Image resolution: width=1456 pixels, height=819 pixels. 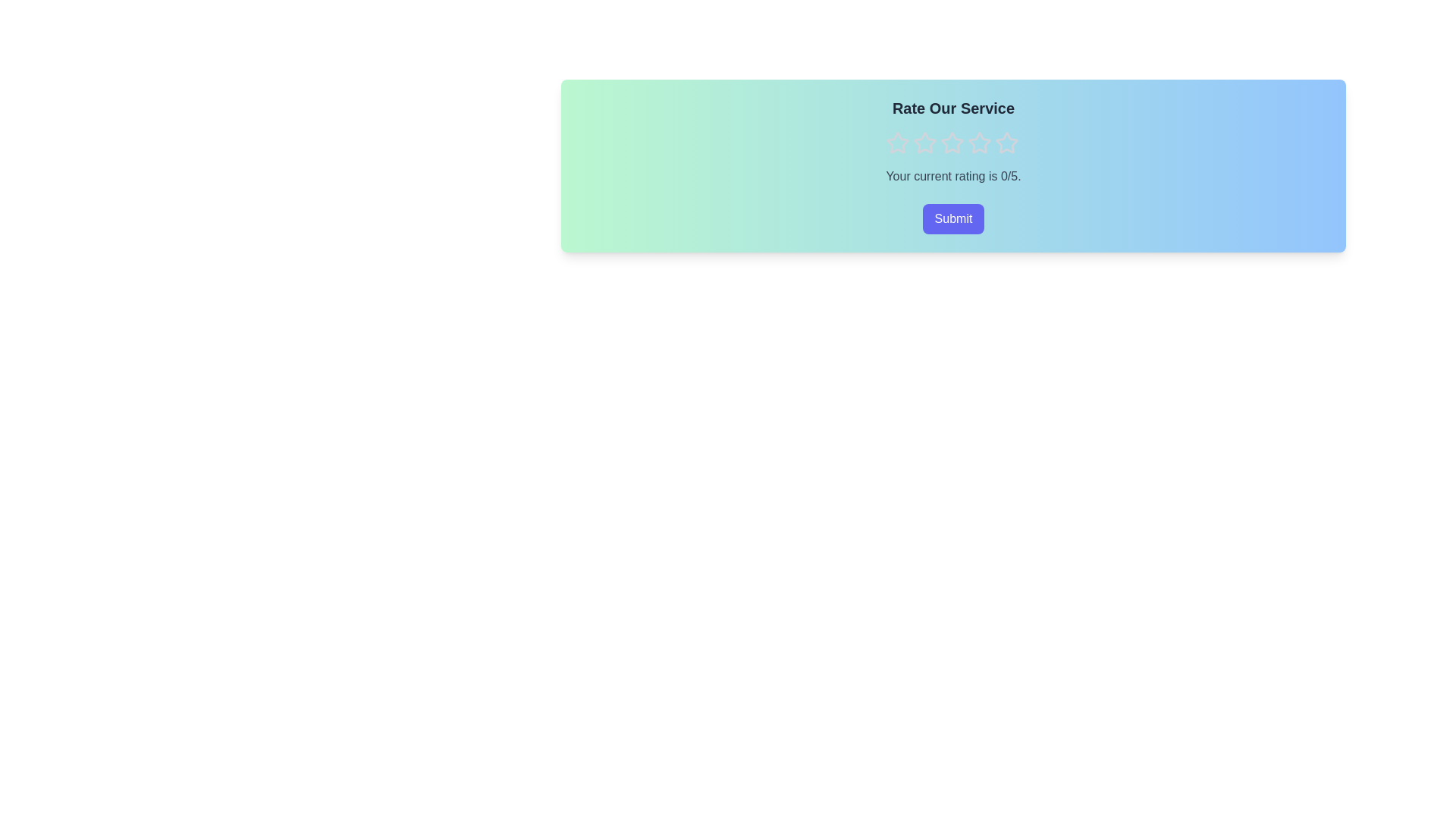 What do you see at coordinates (951, 143) in the screenshot?
I see `the star icon corresponding to 3 stars to preview the rating` at bounding box center [951, 143].